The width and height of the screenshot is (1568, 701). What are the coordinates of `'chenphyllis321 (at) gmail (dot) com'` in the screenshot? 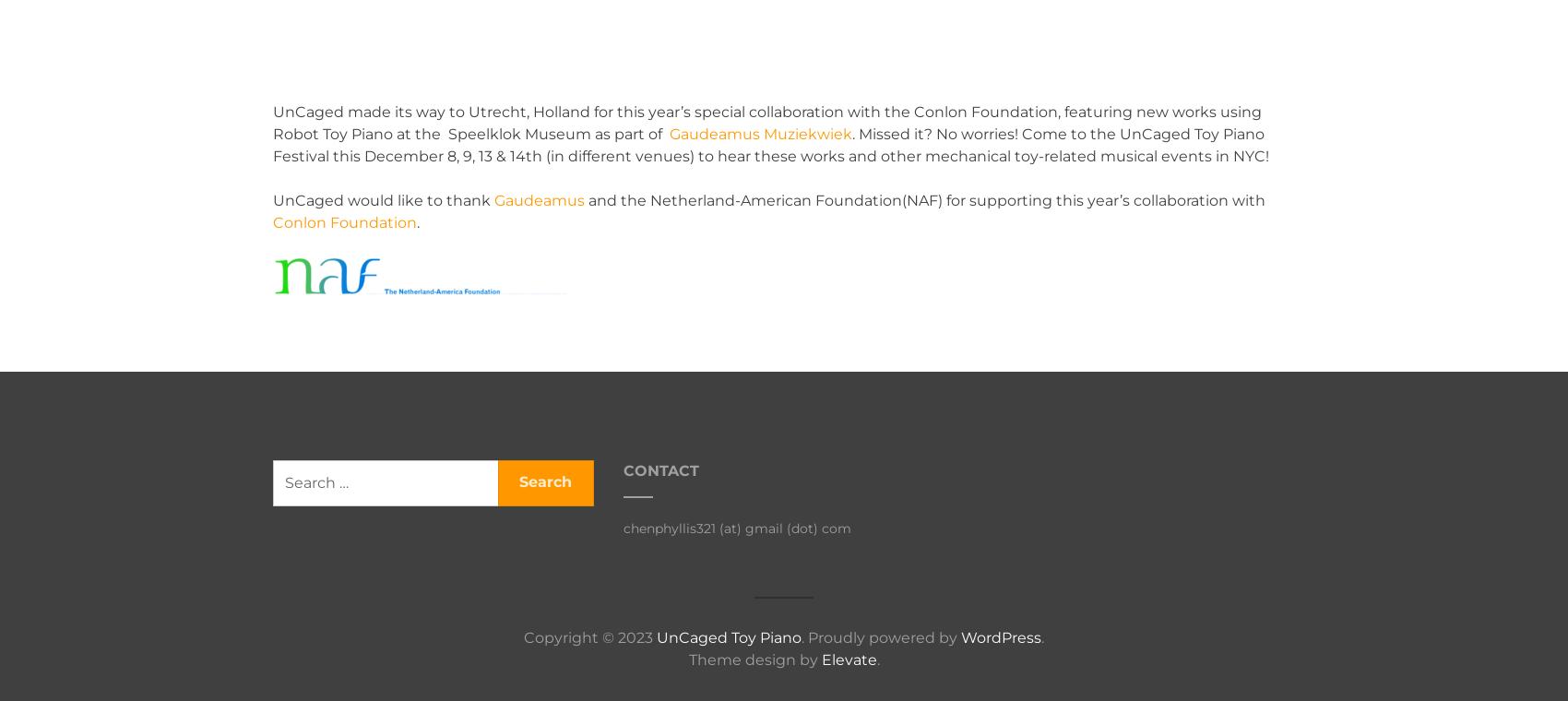 It's located at (736, 527).